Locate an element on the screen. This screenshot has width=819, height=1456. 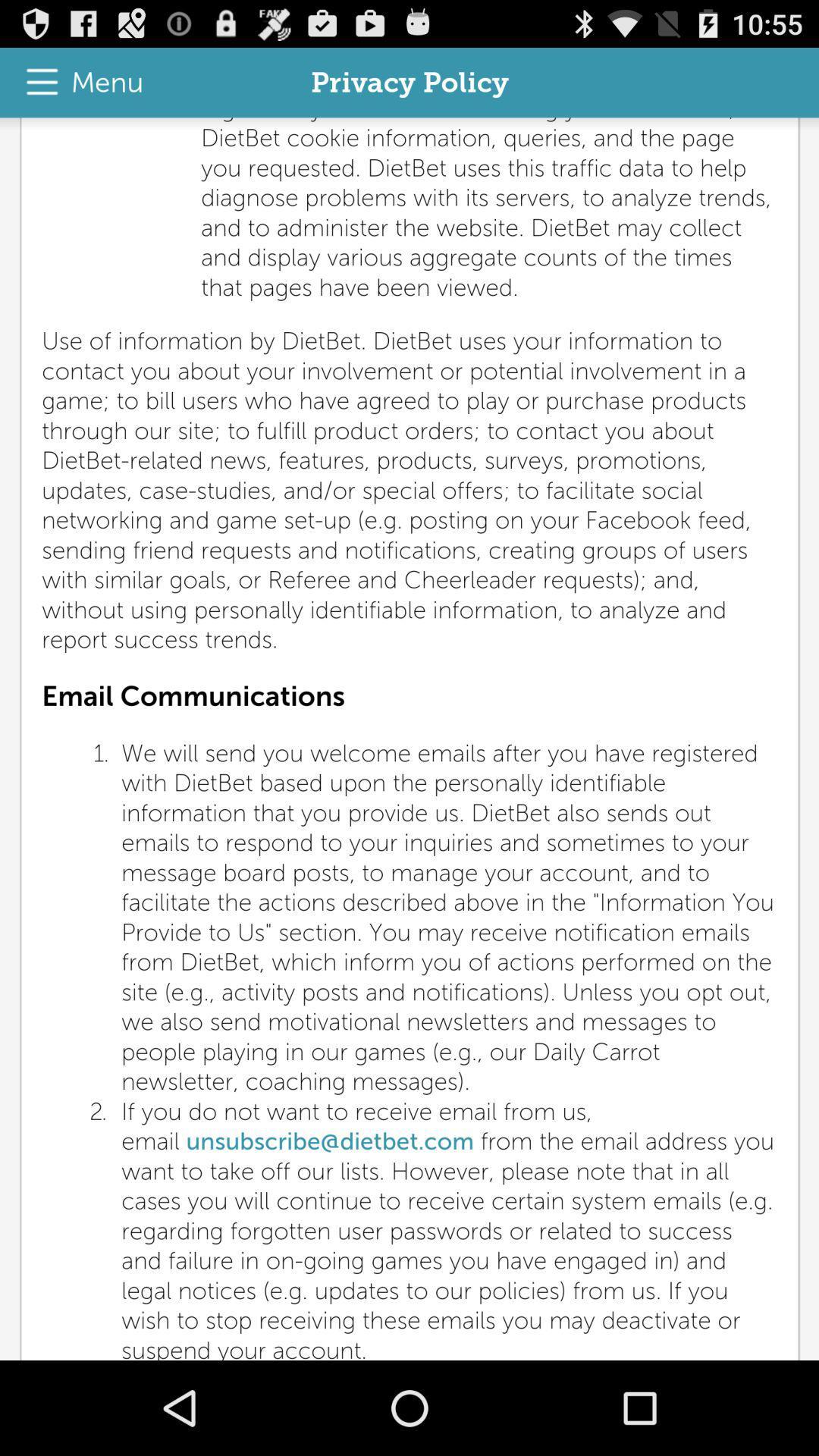
menu app is located at coordinates (77, 82).